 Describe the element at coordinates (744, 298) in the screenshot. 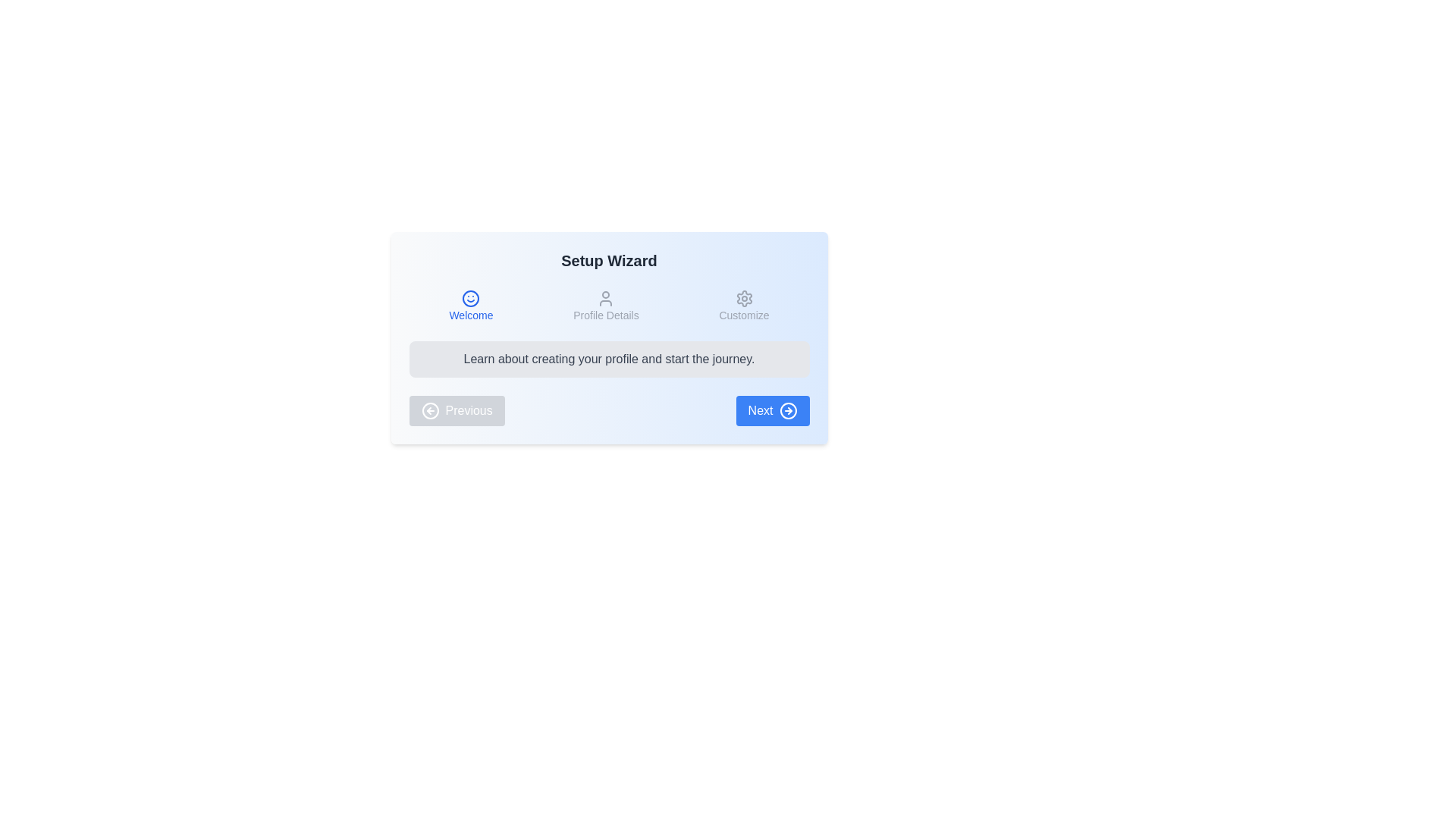

I see `the gear-like icon indicating settings, located on the far right of the navigation sequence labeled 'Customize'` at that location.